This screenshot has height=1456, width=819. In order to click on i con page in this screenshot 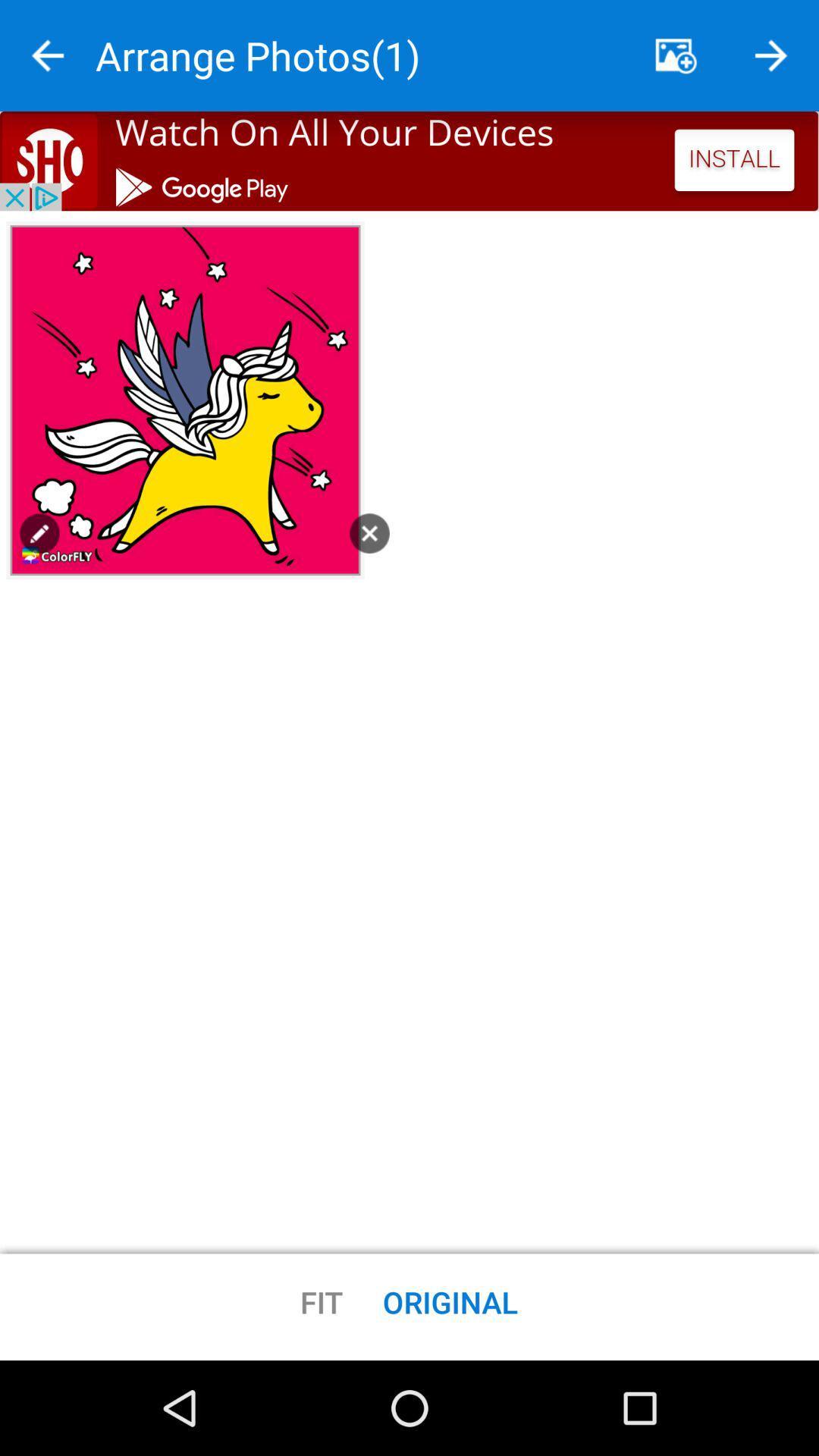, I will do `click(39, 533)`.